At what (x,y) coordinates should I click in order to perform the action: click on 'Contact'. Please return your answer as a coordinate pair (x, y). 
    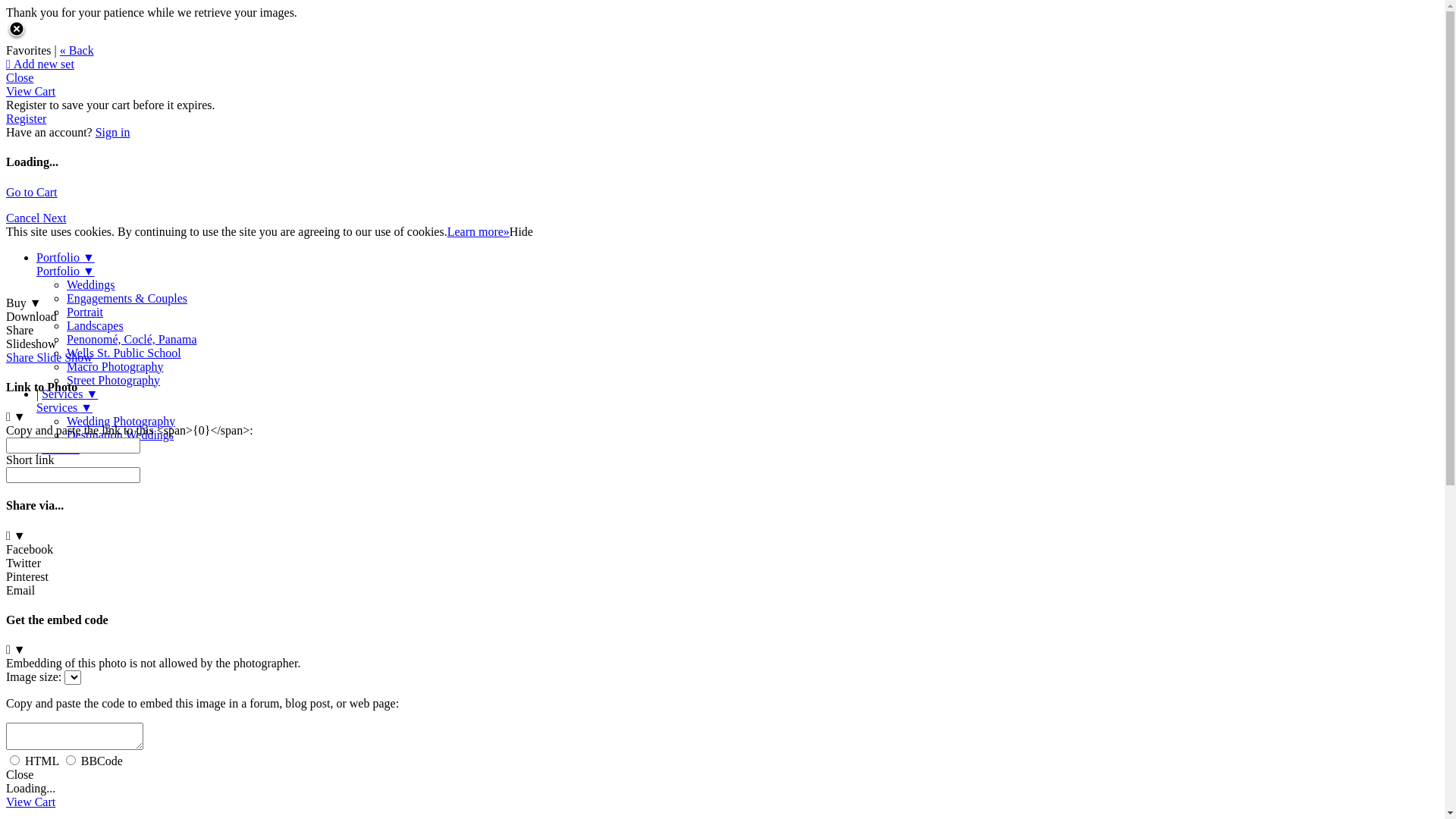
    Looking at the image, I should click on (61, 447).